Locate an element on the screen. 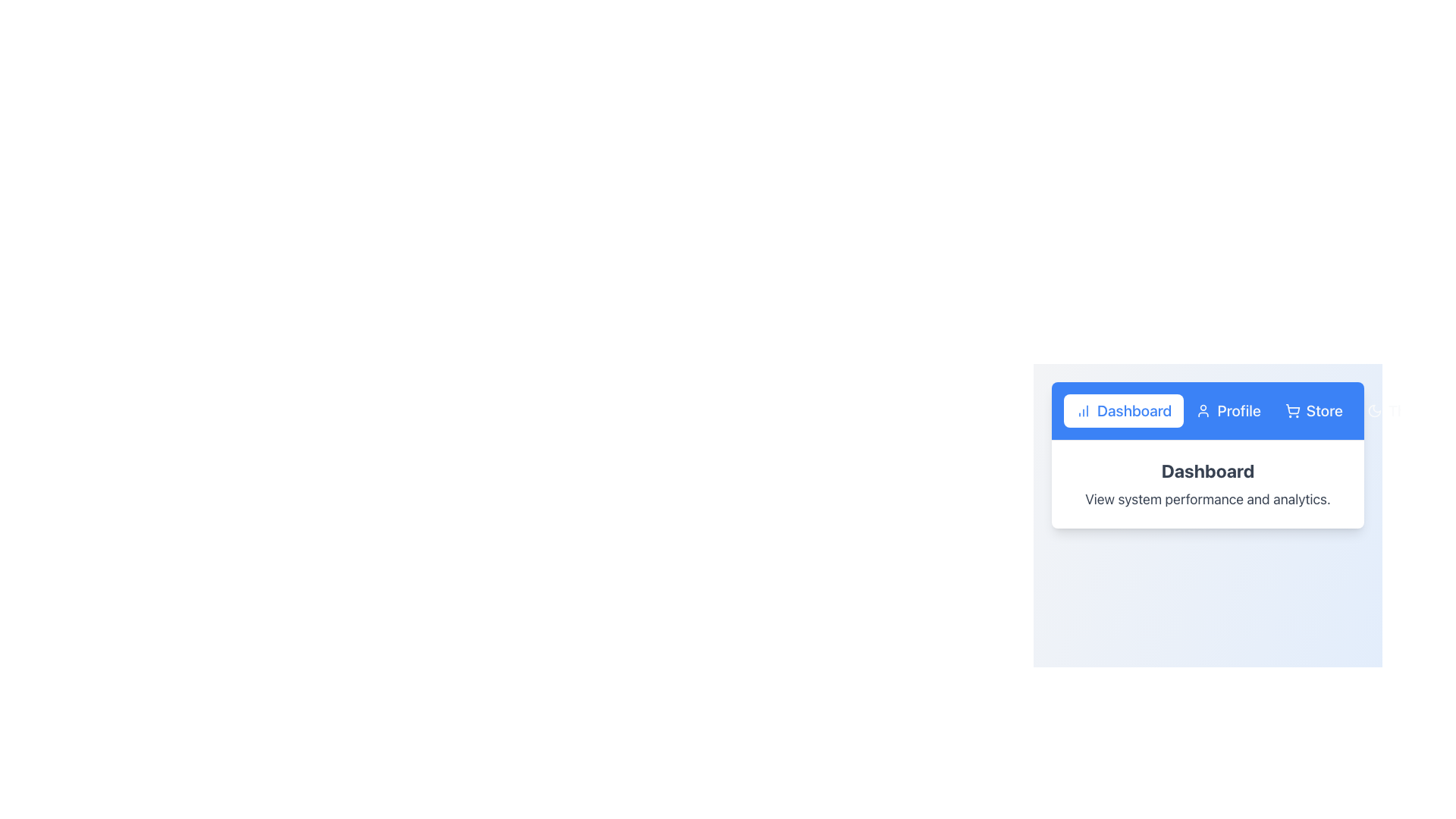 Image resolution: width=1456 pixels, height=819 pixels. the shopping cart graphic icon located in the 'Store' segment of the horizontal navigation bar at the top of the interface is located at coordinates (1291, 408).